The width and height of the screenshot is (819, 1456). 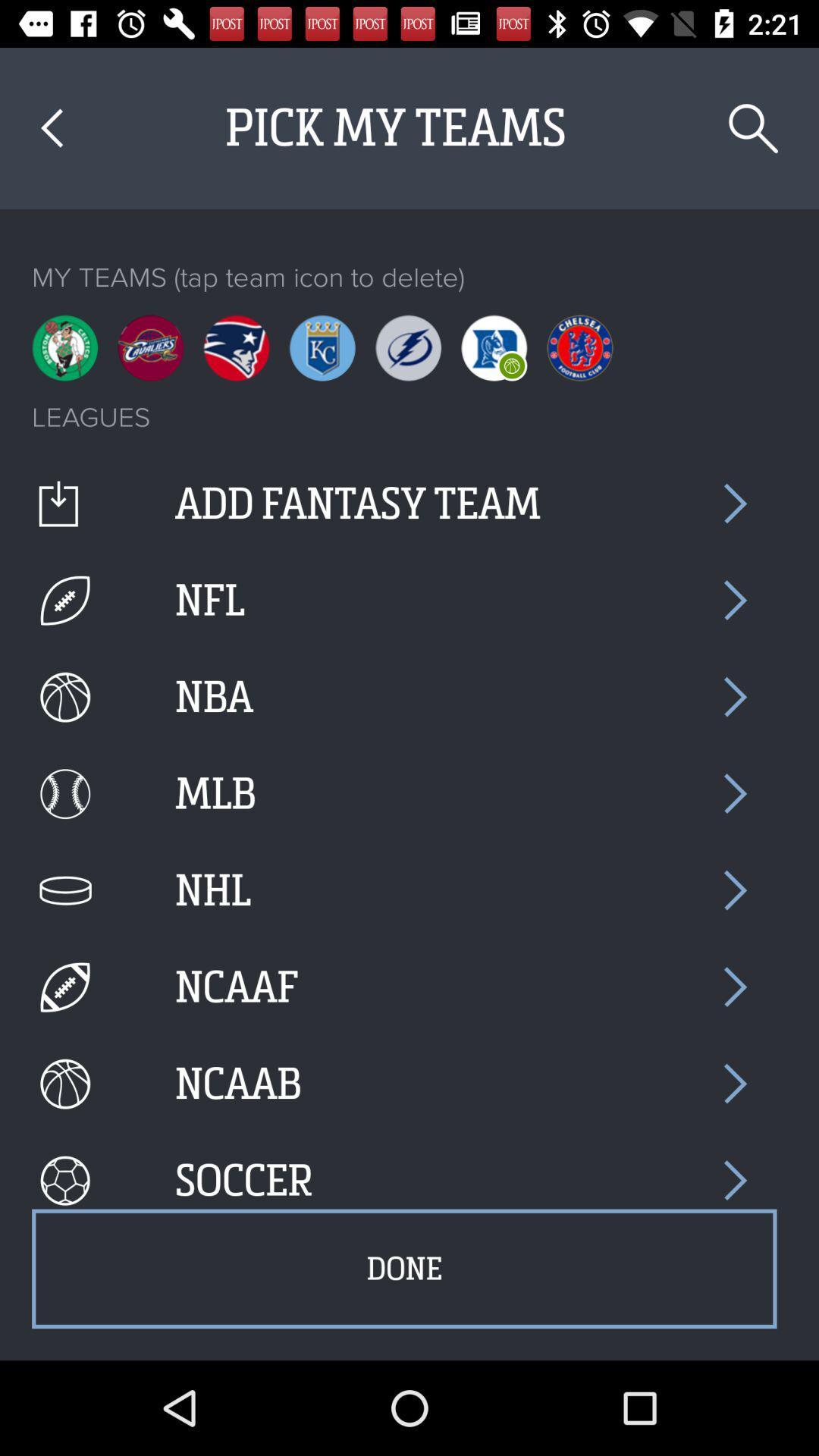 I want to click on icon above my teams tap item, so click(x=753, y=128).